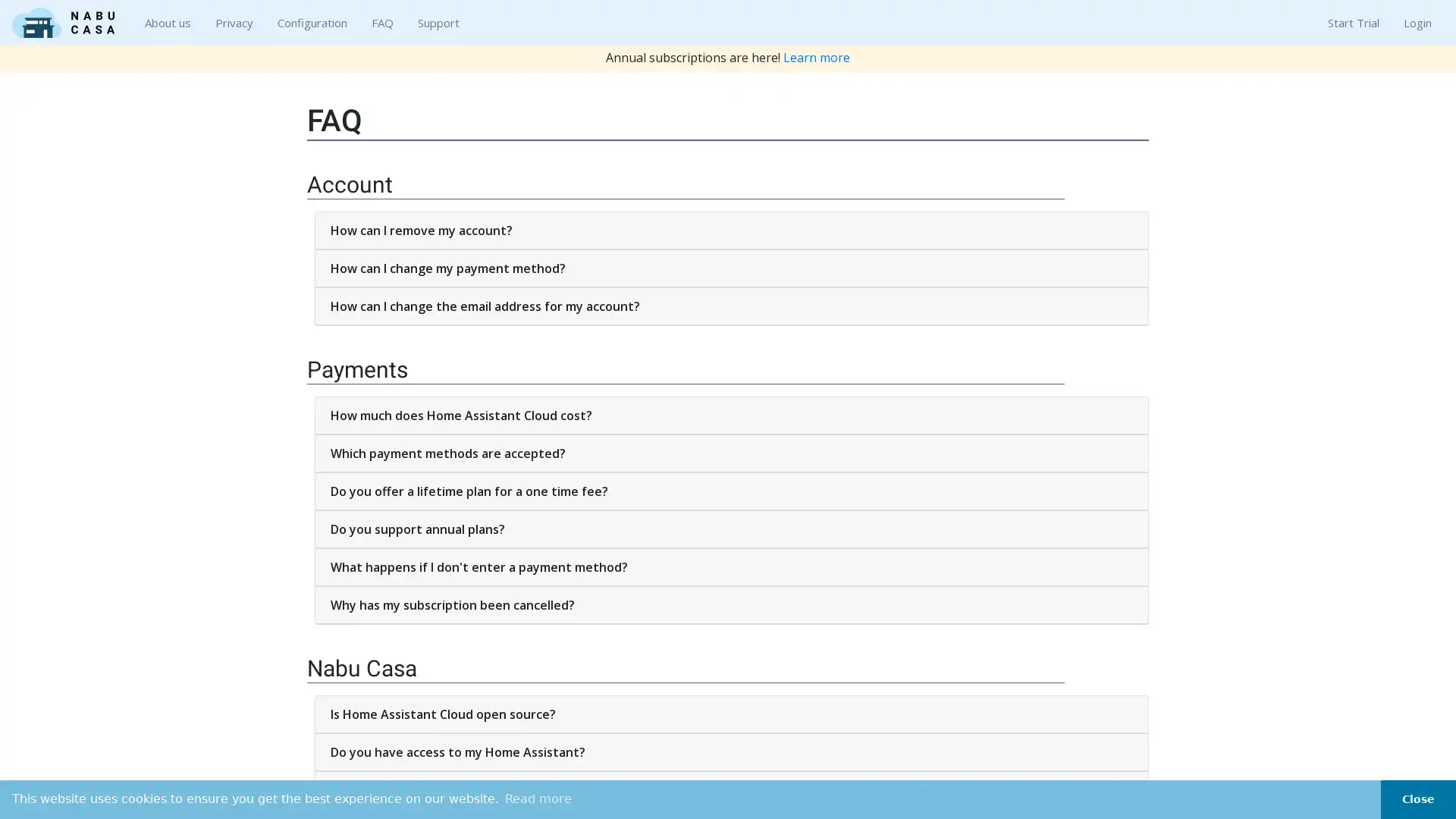 The width and height of the screenshot is (1456, 819). What do you see at coordinates (731, 268) in the screenshot?
I see `How can I change my payment method?` at bounding box center [731, 268].